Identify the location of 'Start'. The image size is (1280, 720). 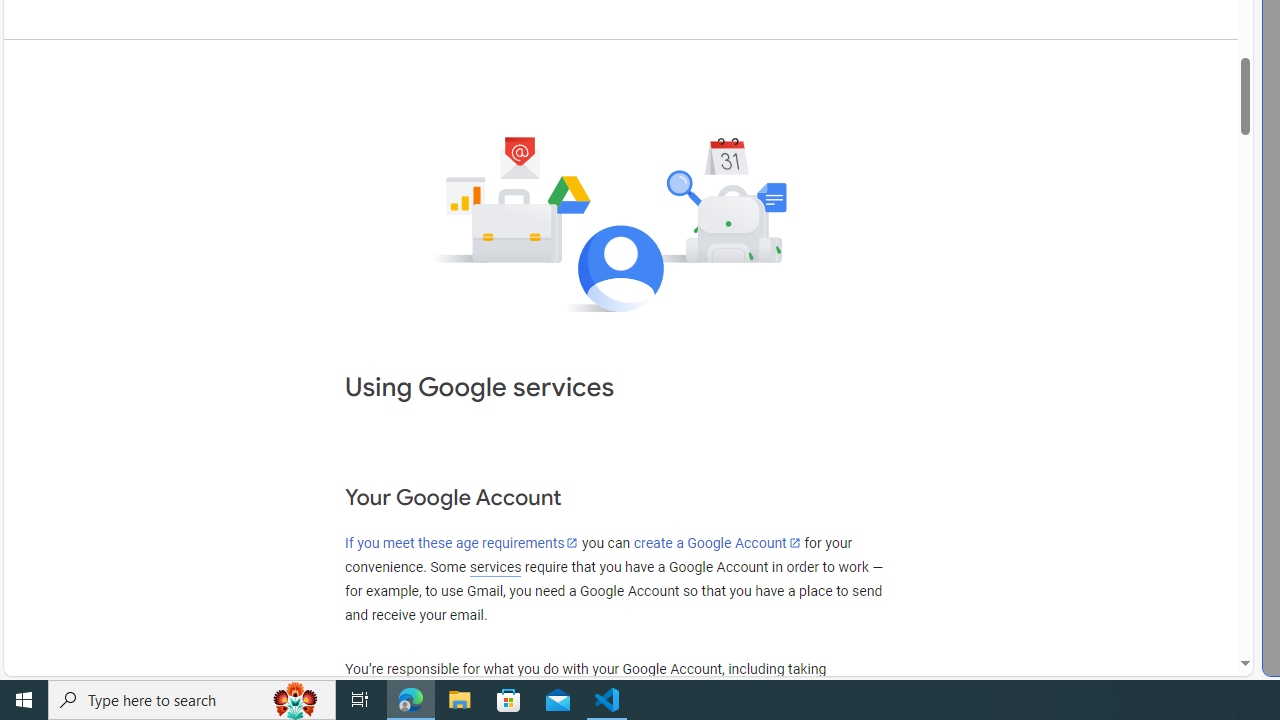
(24, 698).